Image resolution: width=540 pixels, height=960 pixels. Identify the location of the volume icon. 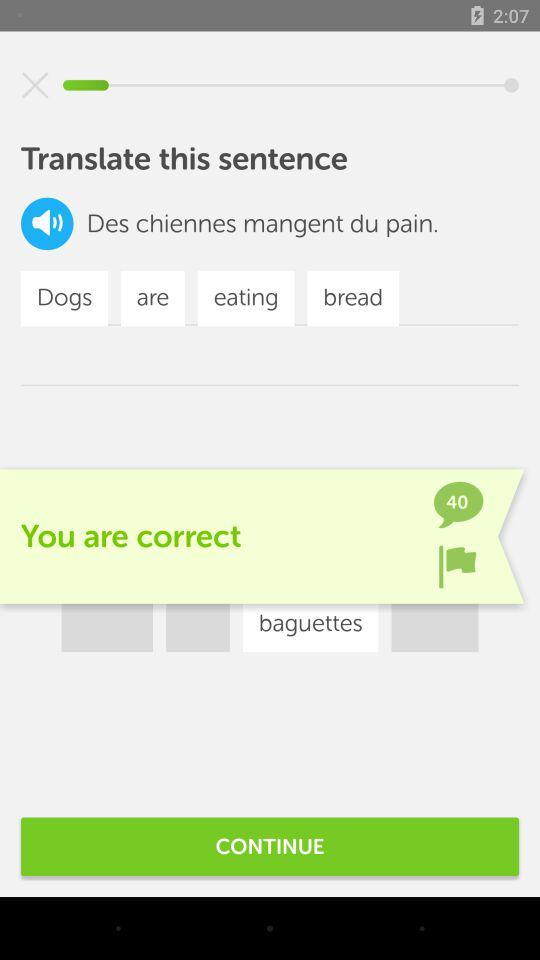
(47, 223).